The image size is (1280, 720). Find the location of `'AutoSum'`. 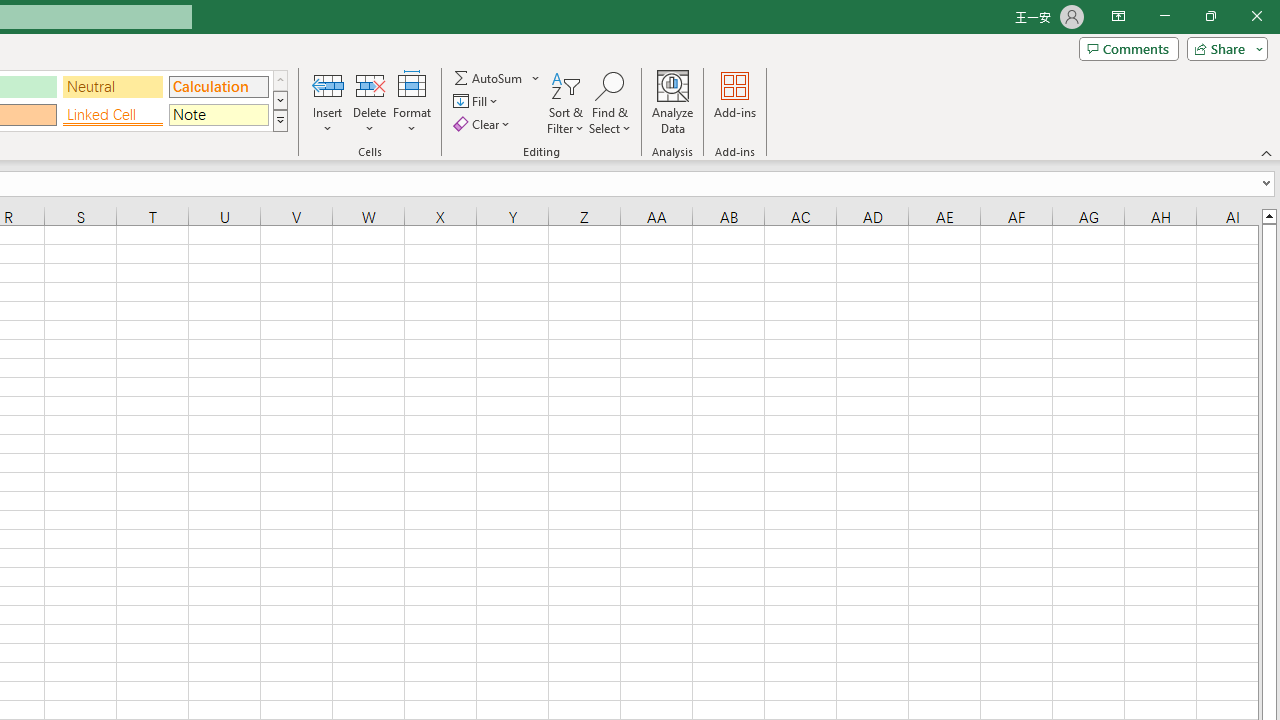

'AutoSum' is located at coordinates (497, 77).